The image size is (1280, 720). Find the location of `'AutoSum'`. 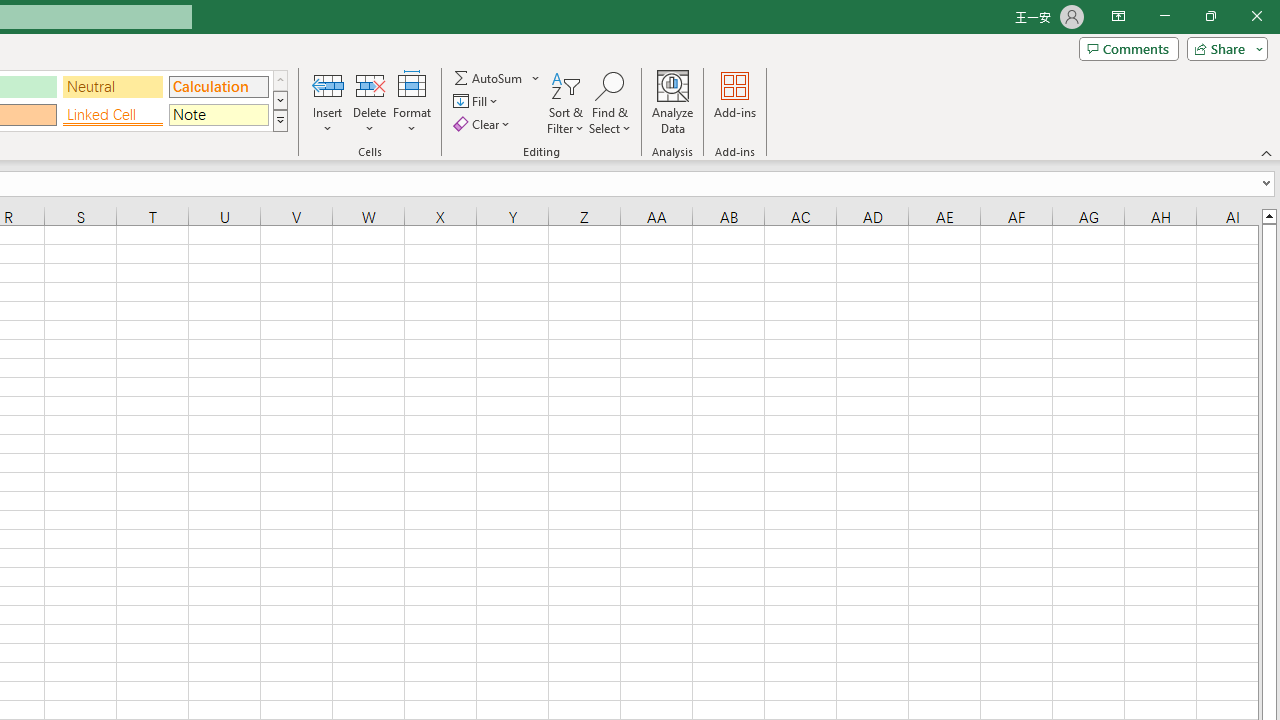

'AutoSum' is located at coordinates (497, 77).